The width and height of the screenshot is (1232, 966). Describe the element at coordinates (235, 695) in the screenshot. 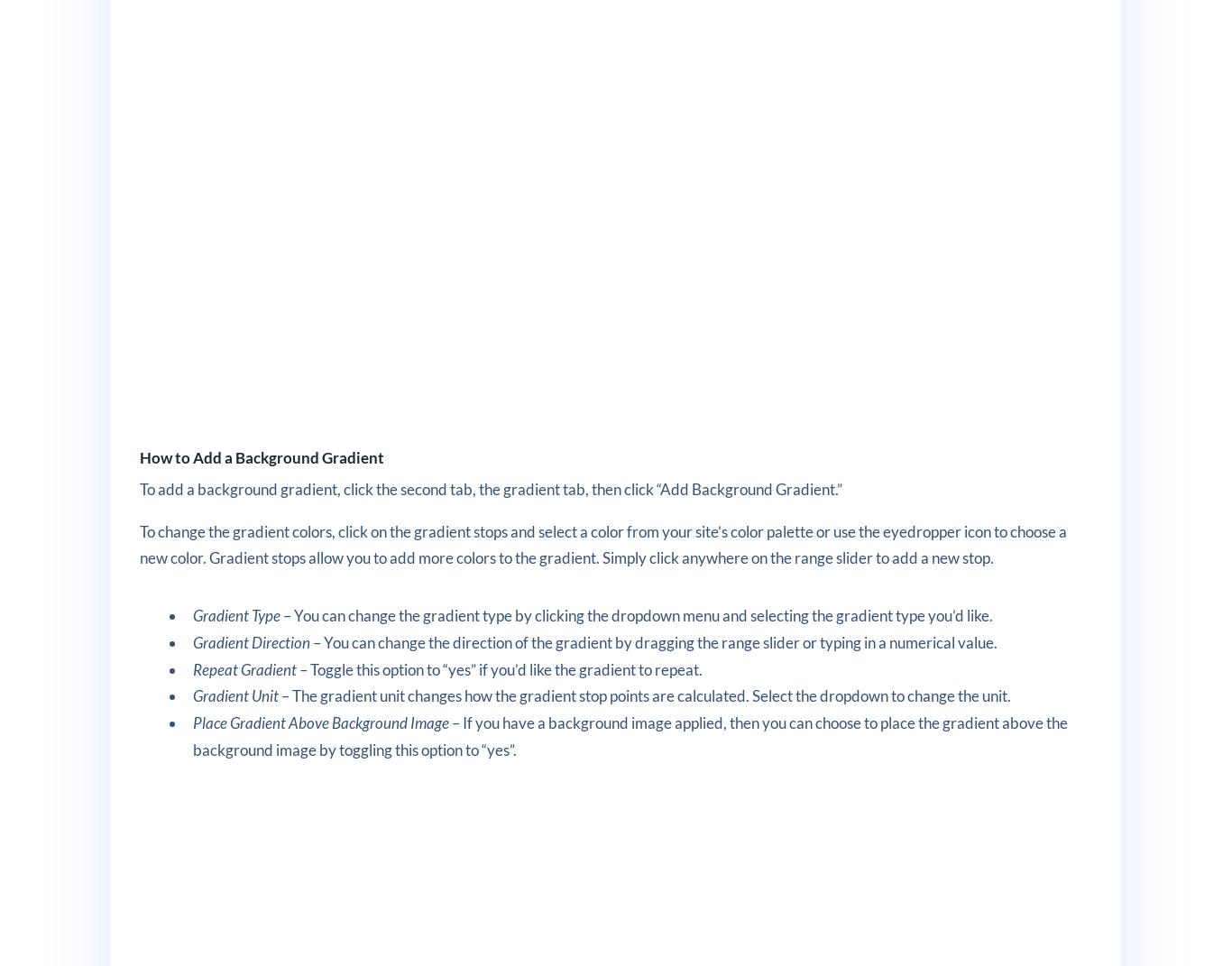

I see `'Gradient Unit'` at that location.